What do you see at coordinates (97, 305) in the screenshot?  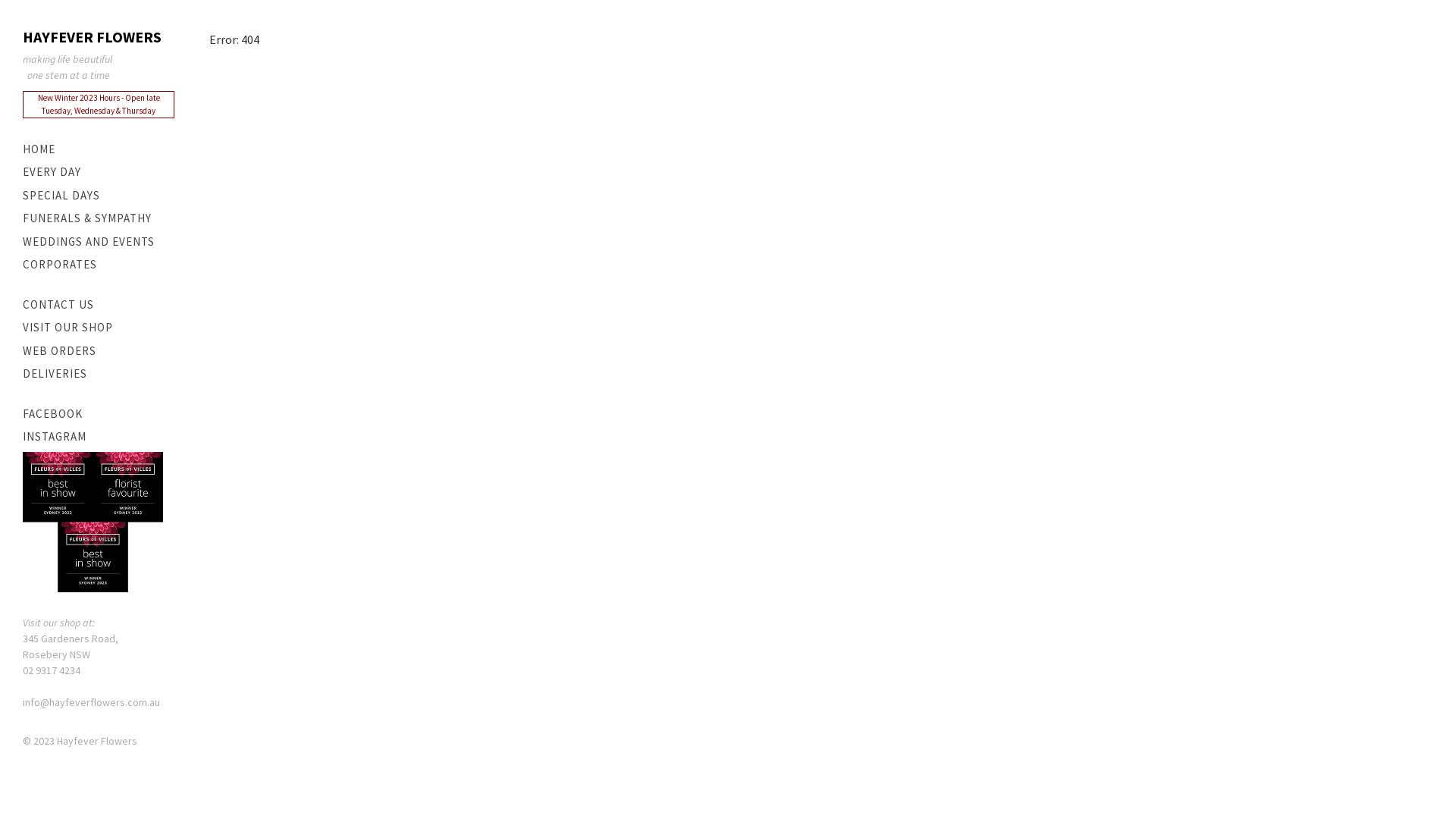 I see `'CONTACT US'` at bounding box center [97, 305].